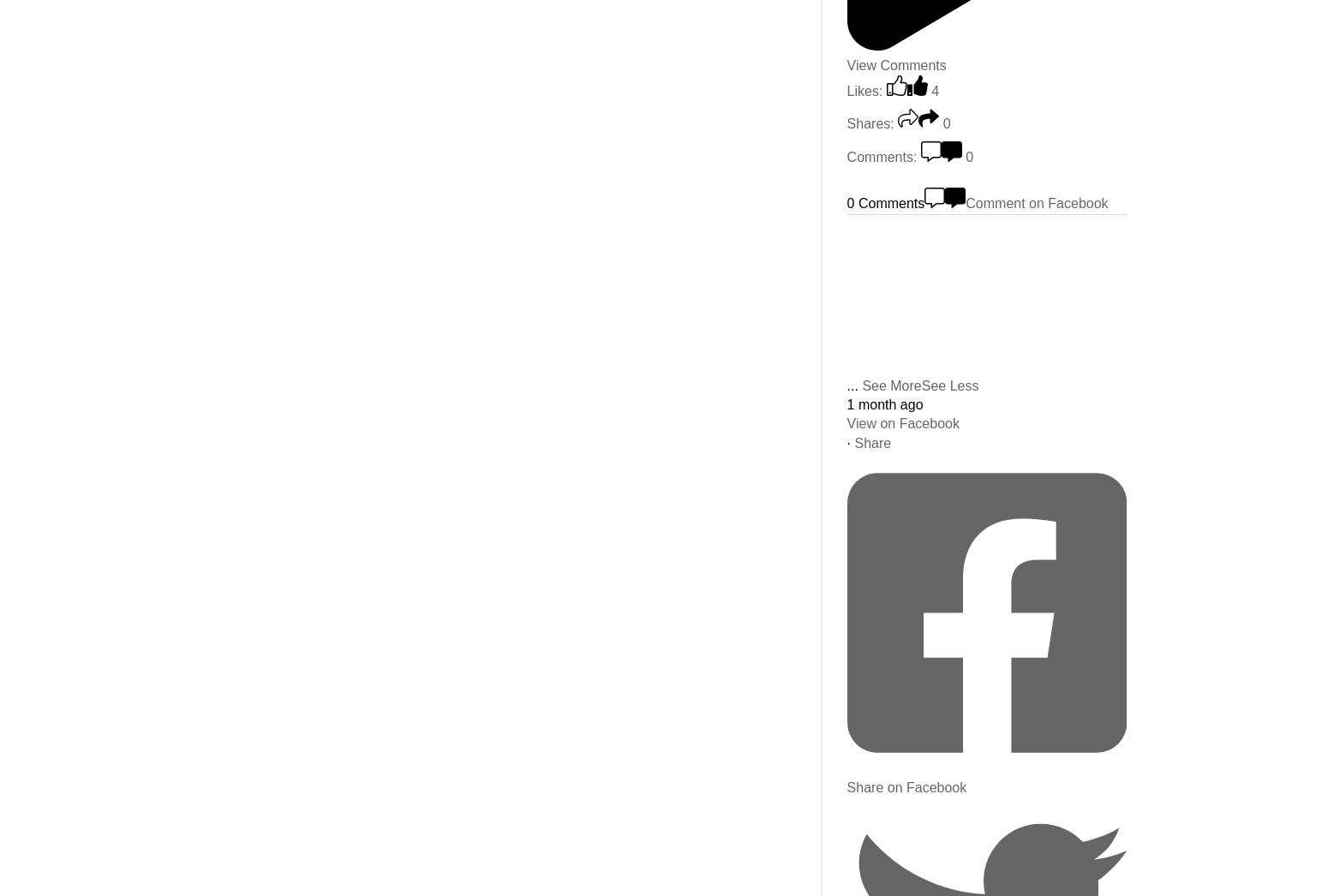 This screenshot has width=1328, height=896. What do you see at coordinates (882, 156) in the screenshot?
I see `'Comments:'` at bounding box center [882, 156].